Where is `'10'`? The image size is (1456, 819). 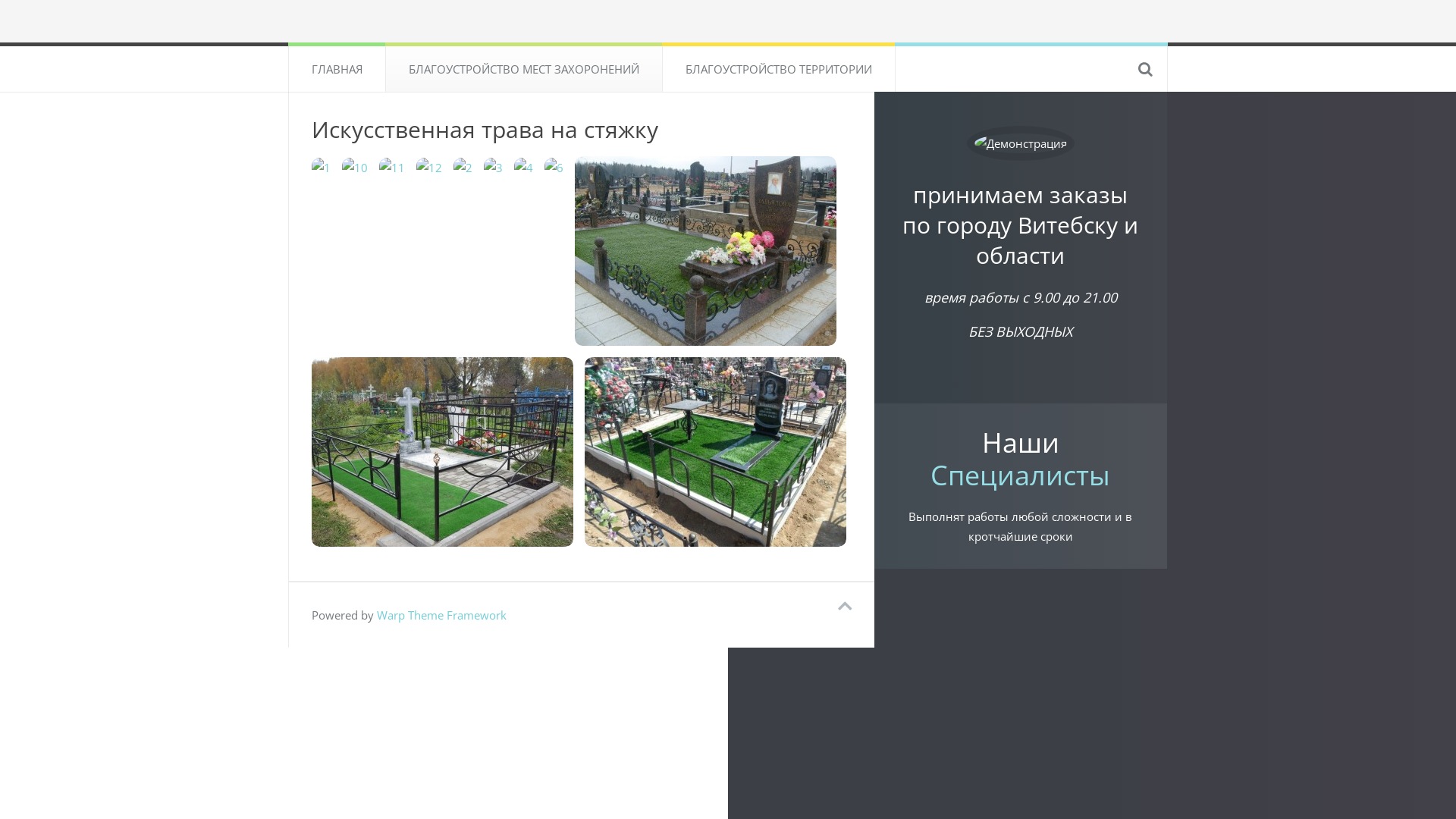 '10' is located at coordinates (354, 166).